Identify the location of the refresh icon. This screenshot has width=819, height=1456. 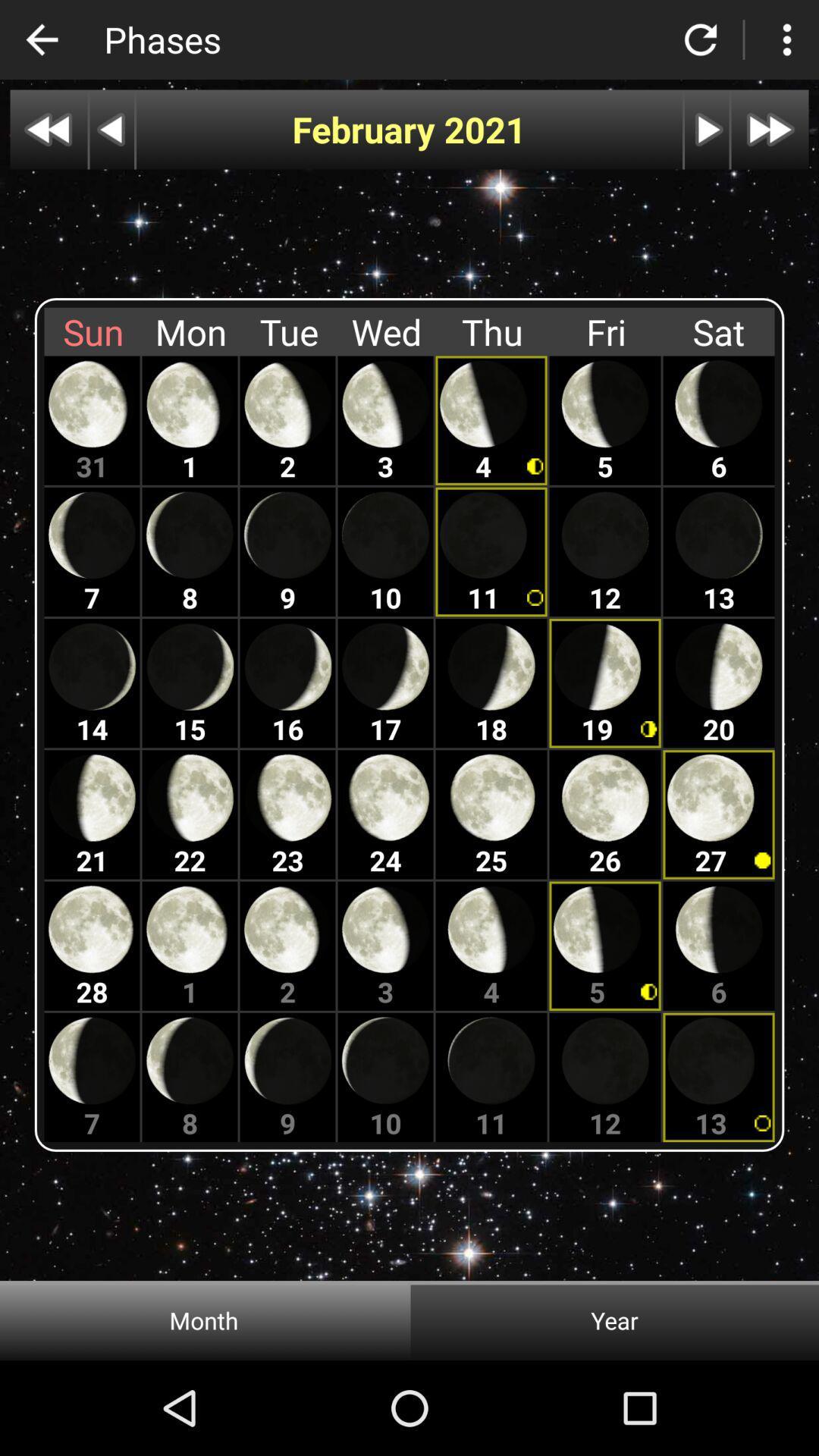
(701, 39).